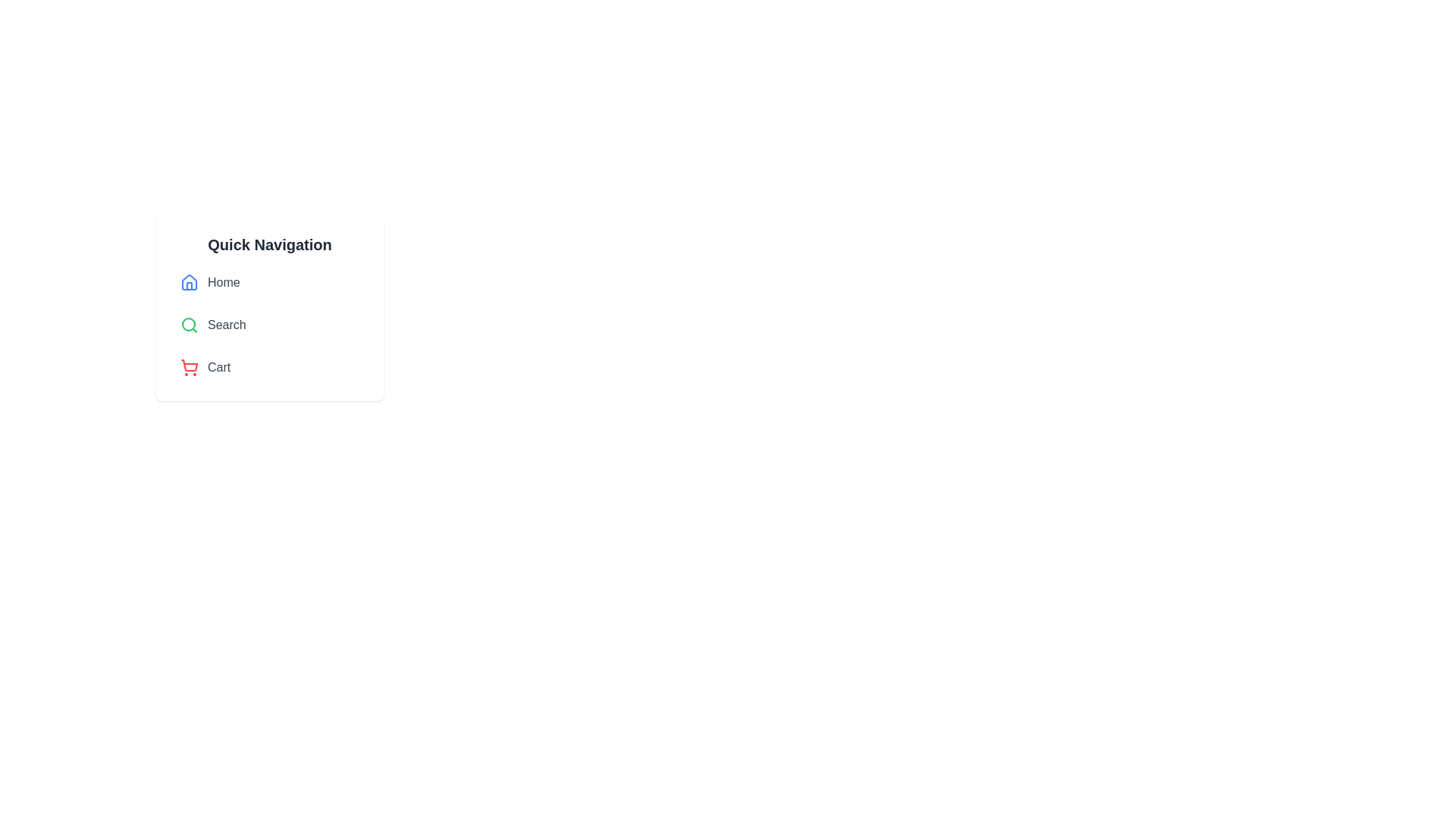 This screenshot has width=1456, height=819. Describe the element at coordinates (269, 324) in the screenshot. I see `the 'Search' navigation item, which is the second item in the vertical navigation menu` at that location.